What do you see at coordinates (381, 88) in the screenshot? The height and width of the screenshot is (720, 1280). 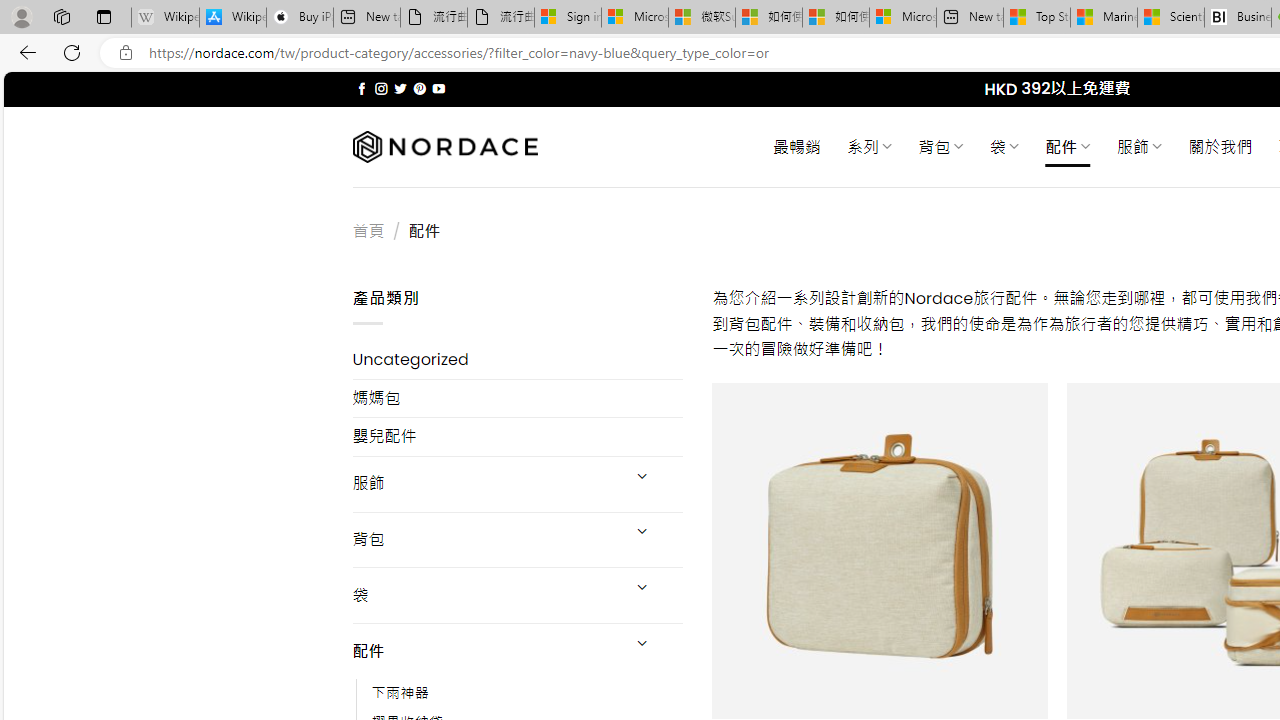 I see `'Follow on Instagram'` at bounding box center [381, 88].